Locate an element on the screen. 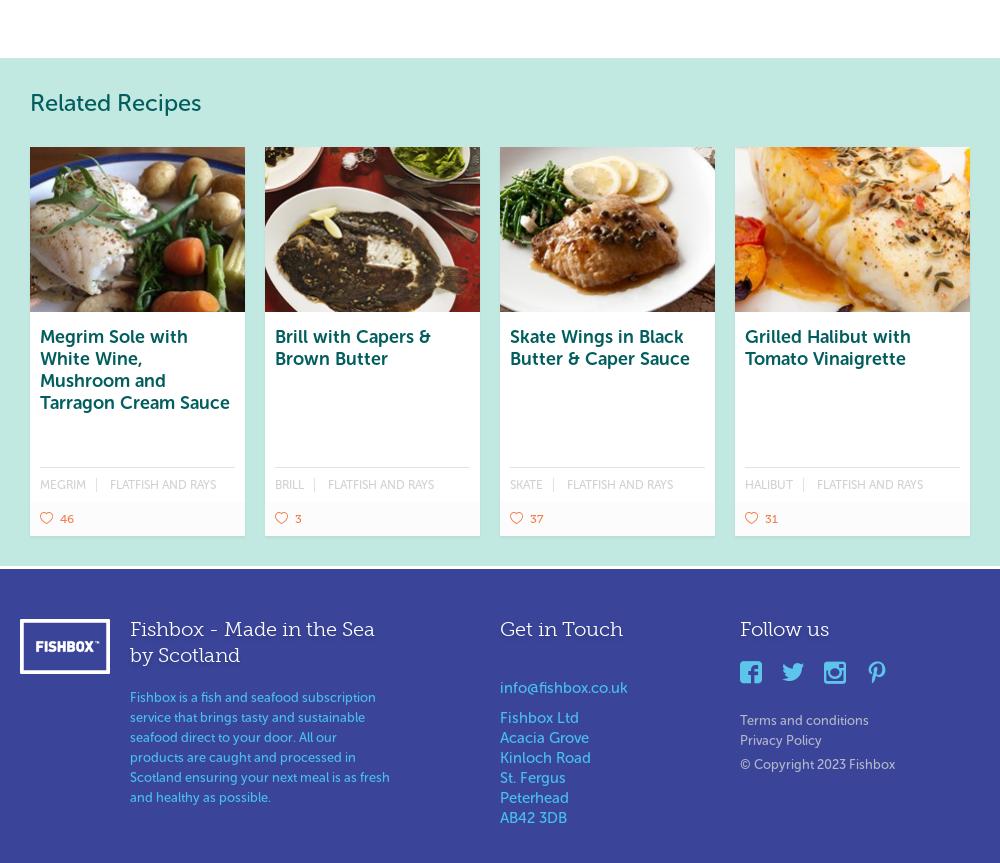 The image size is (1000, 863). '37' is located at coordinates (537, 516).